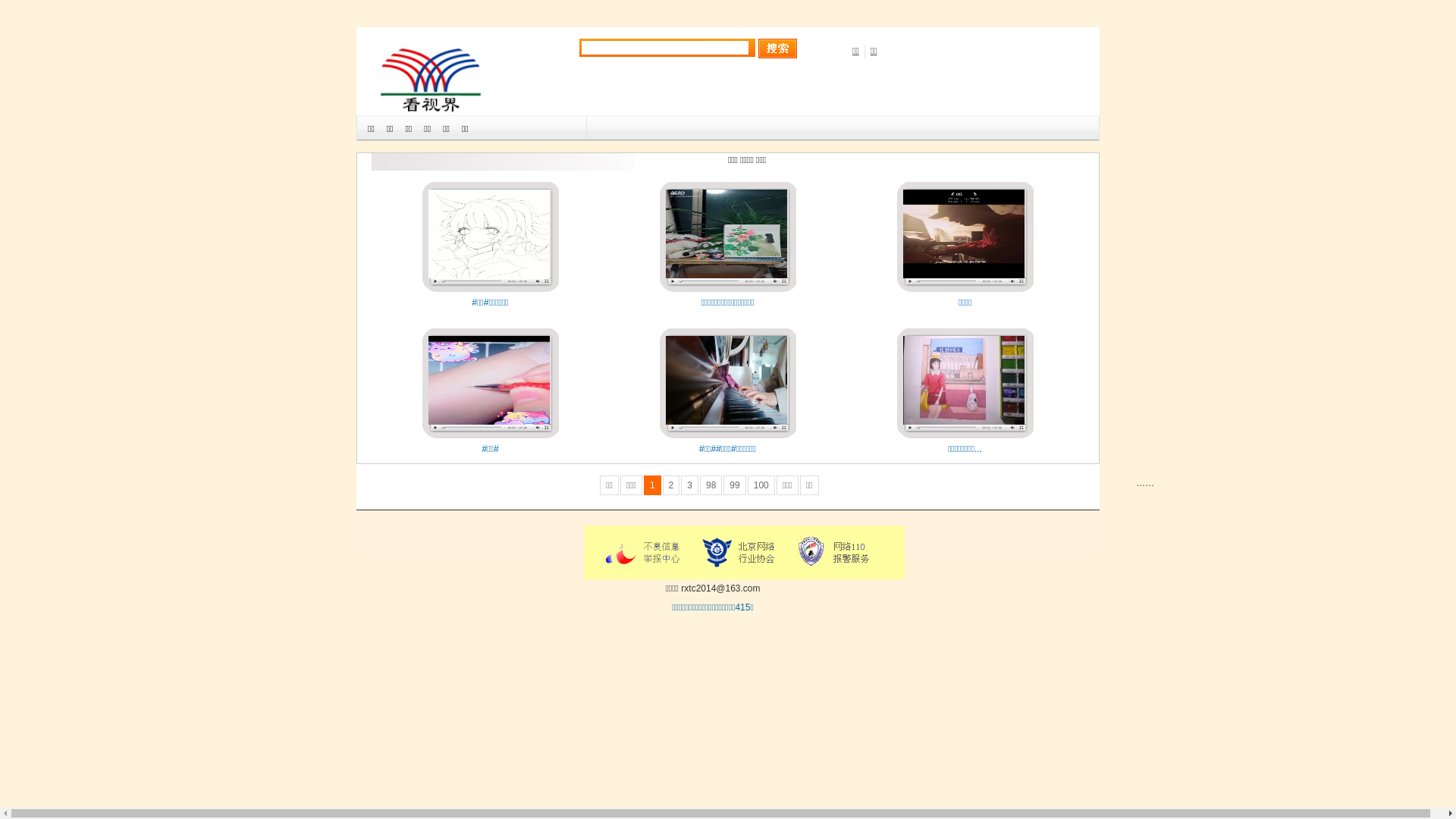  Describe the element at coordinates (734, 485) in the screenshot. I see `'99'` at that location.